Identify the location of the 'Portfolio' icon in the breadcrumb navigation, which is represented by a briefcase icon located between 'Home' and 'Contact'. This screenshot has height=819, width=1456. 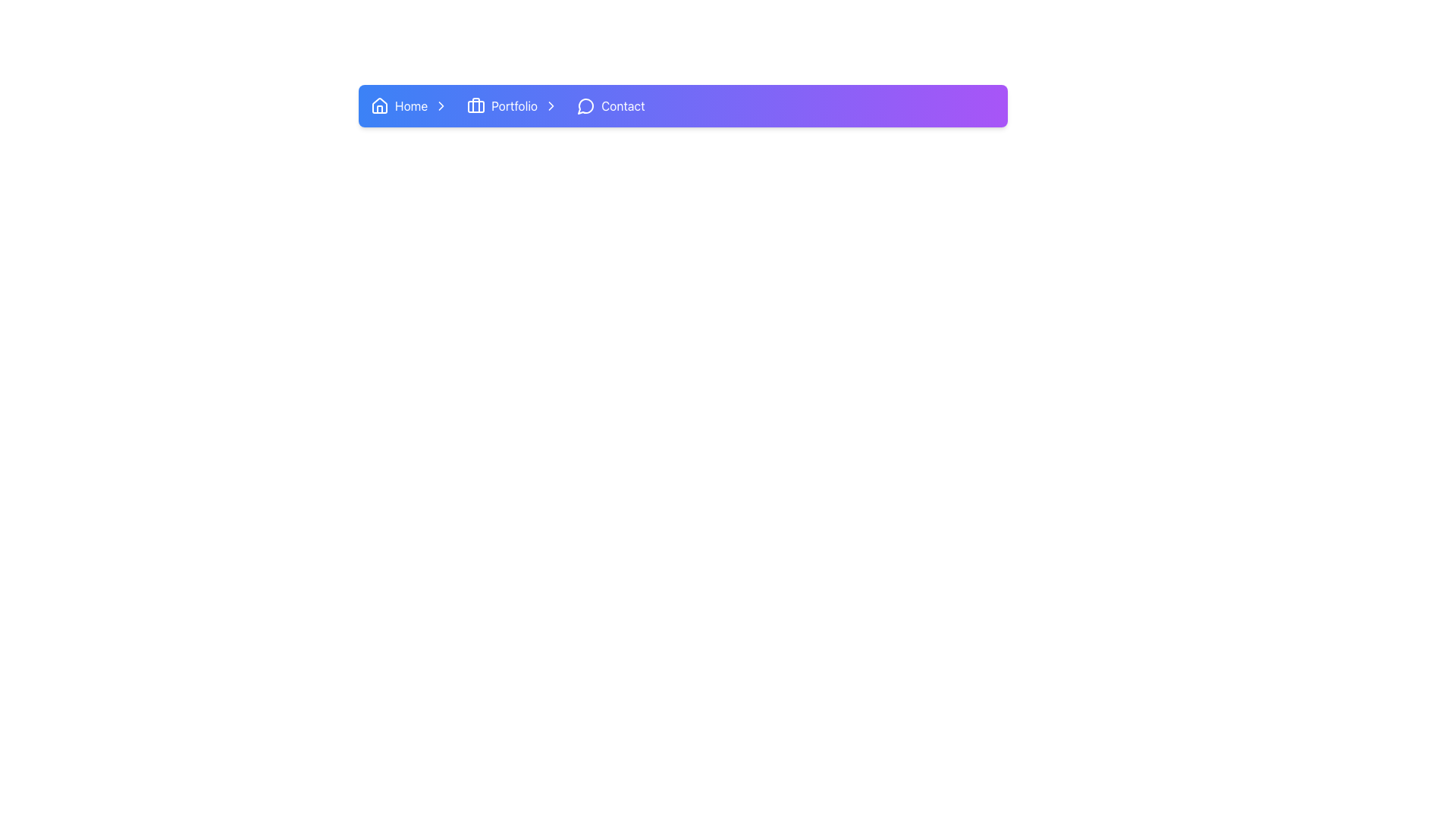
(475, 106).